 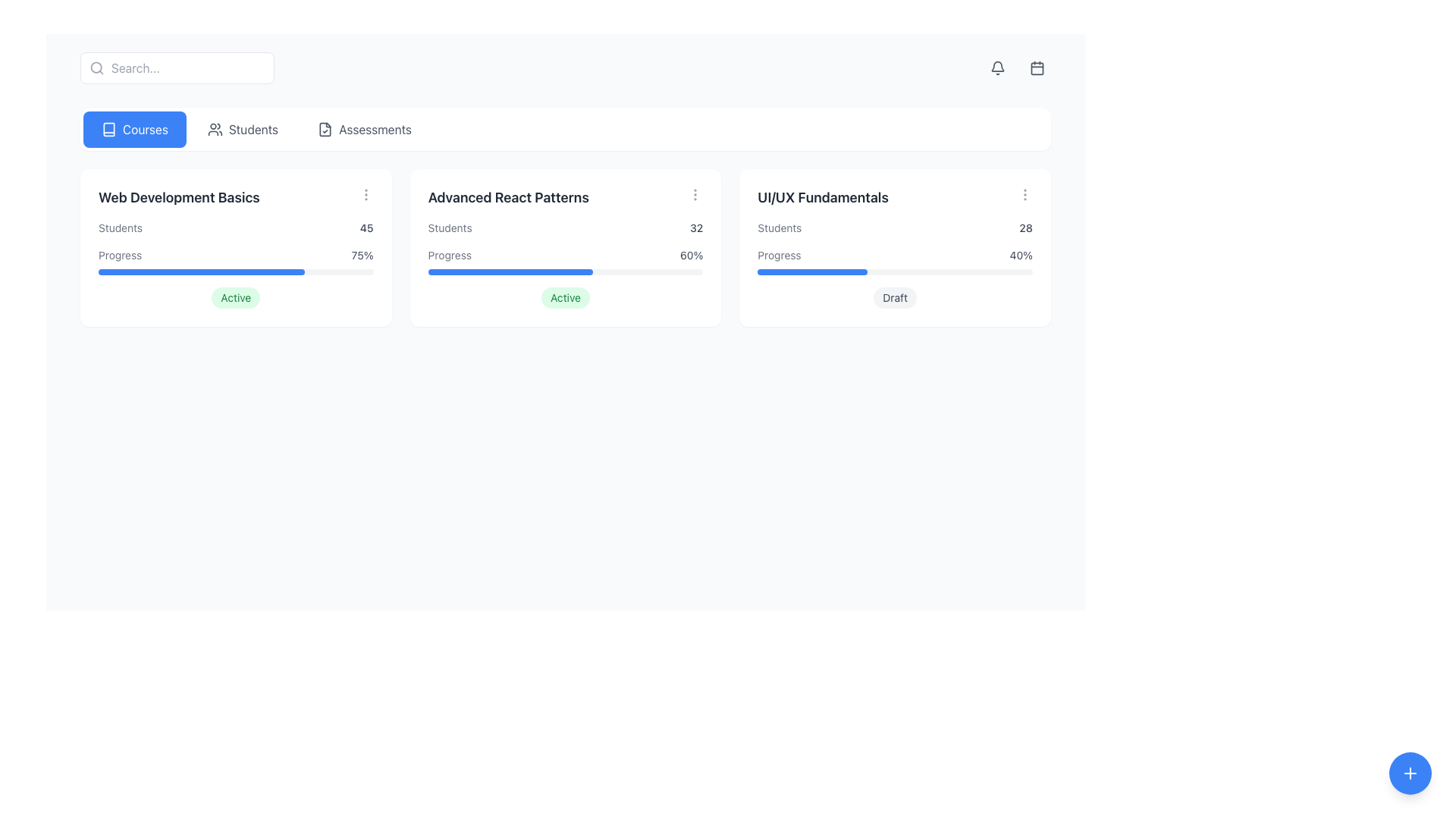 I want to click on the visual progress bar of the Progress indicator component, which displays a label 'Progress' and a filled blue portion indicating 40% completion, so click(x=895, y=260).